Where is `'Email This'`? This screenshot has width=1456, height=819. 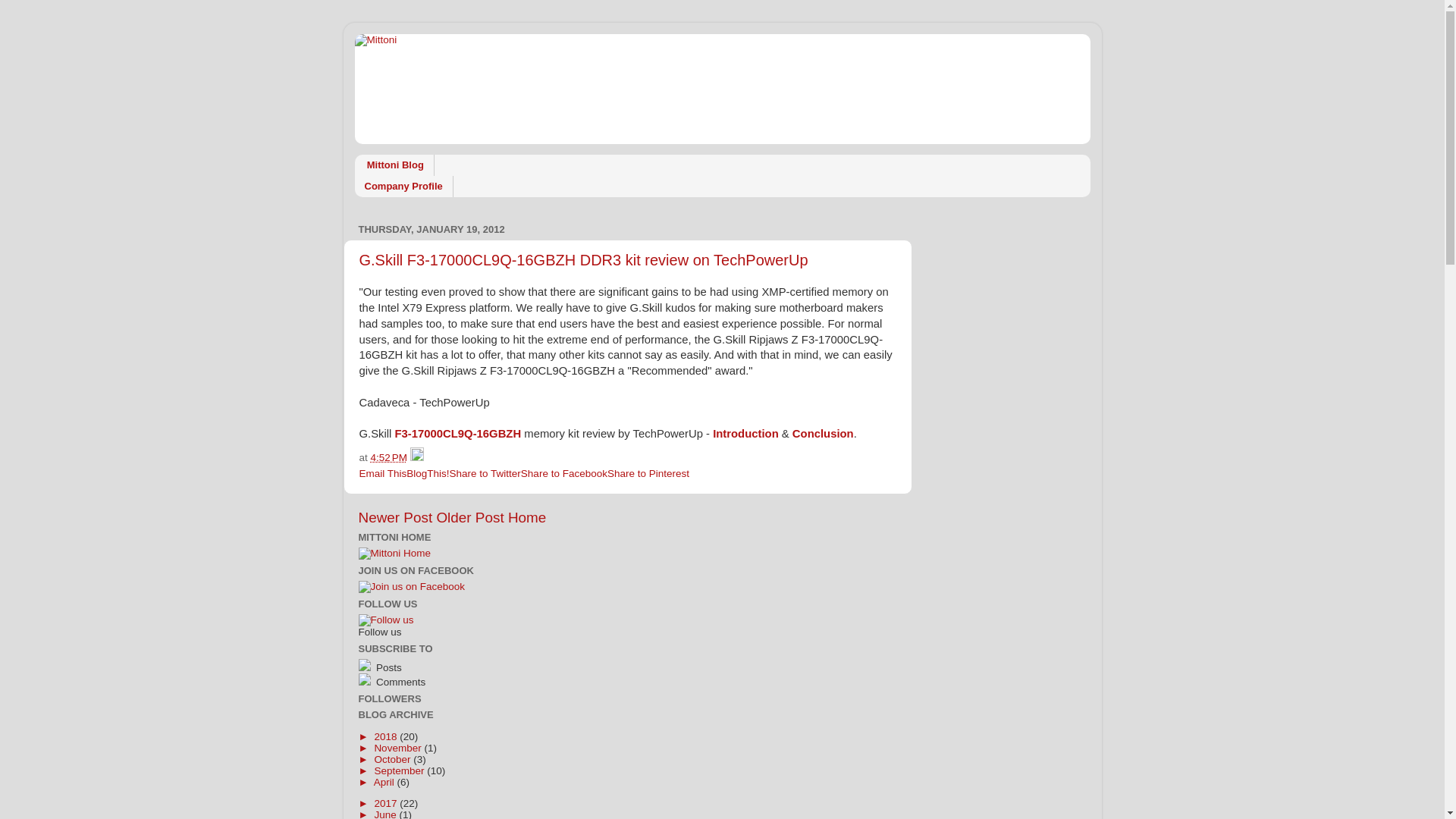 'Email This' is located at coordinates (383, 472).